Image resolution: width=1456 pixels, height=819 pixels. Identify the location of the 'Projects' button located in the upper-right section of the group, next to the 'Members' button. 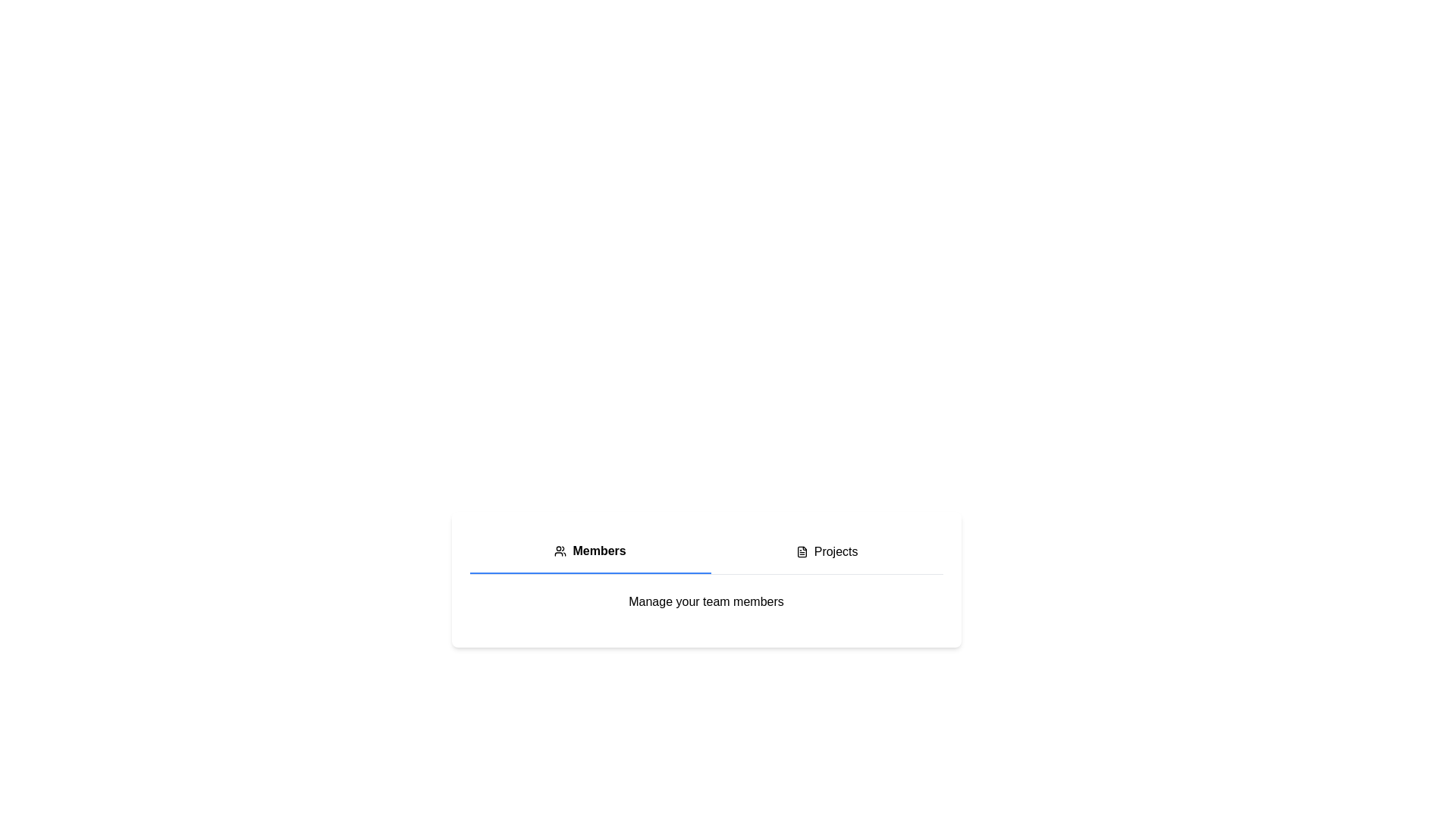
(826, 552).